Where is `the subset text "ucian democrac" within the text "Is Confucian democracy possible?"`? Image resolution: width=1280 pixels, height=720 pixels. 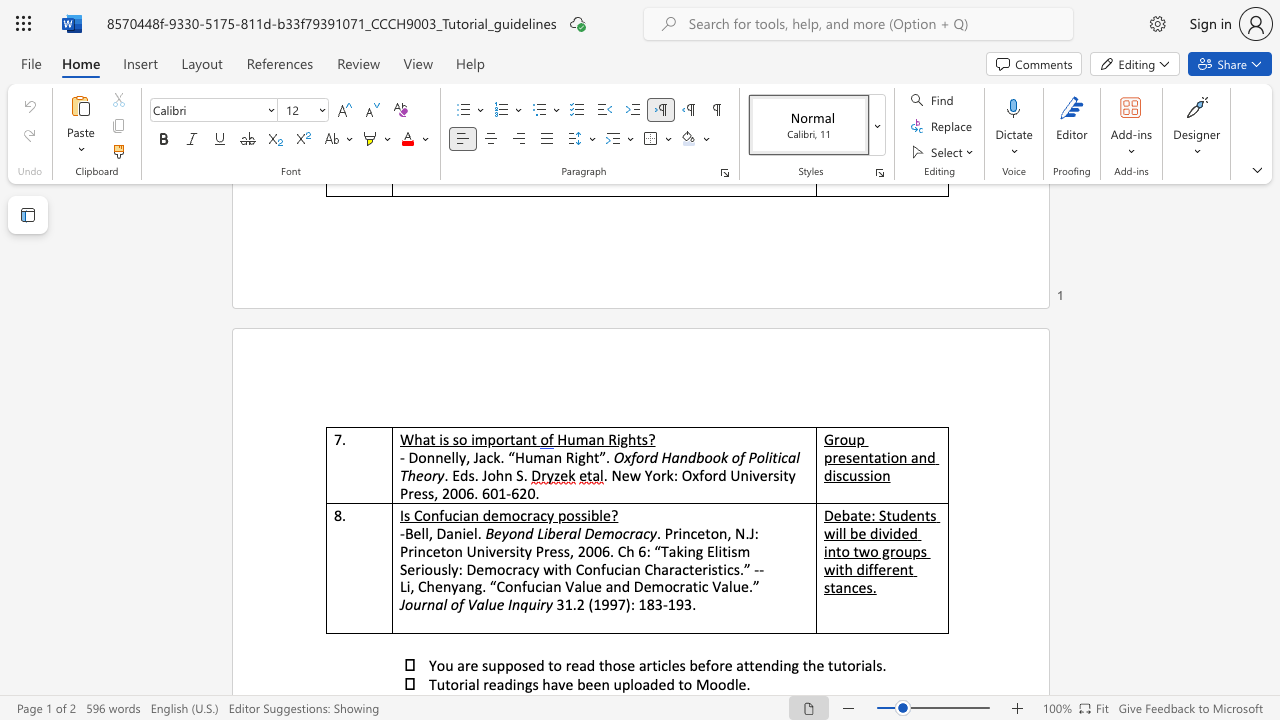
the subset text "ucian democrac" within the text "Is Confucian democracy possible?" is located at coordinates (443, 514).